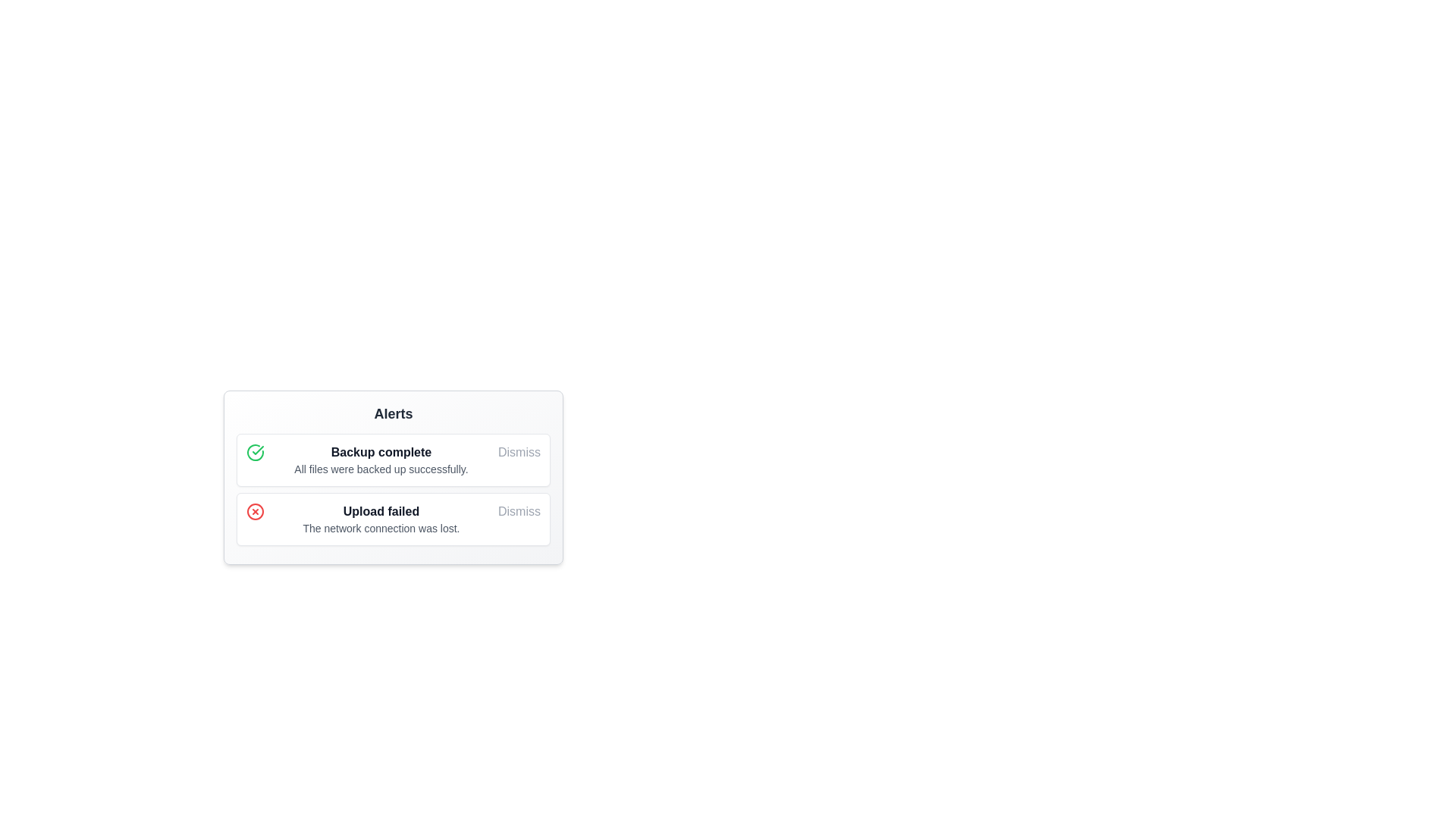  What do you see at coordinates (519, 512) in the screenshot?
I see `the dismiss button located at the right side of the notification message that reads 'Upload failed The network connection was lost.' to change its color` at bounding box center [519, 512].